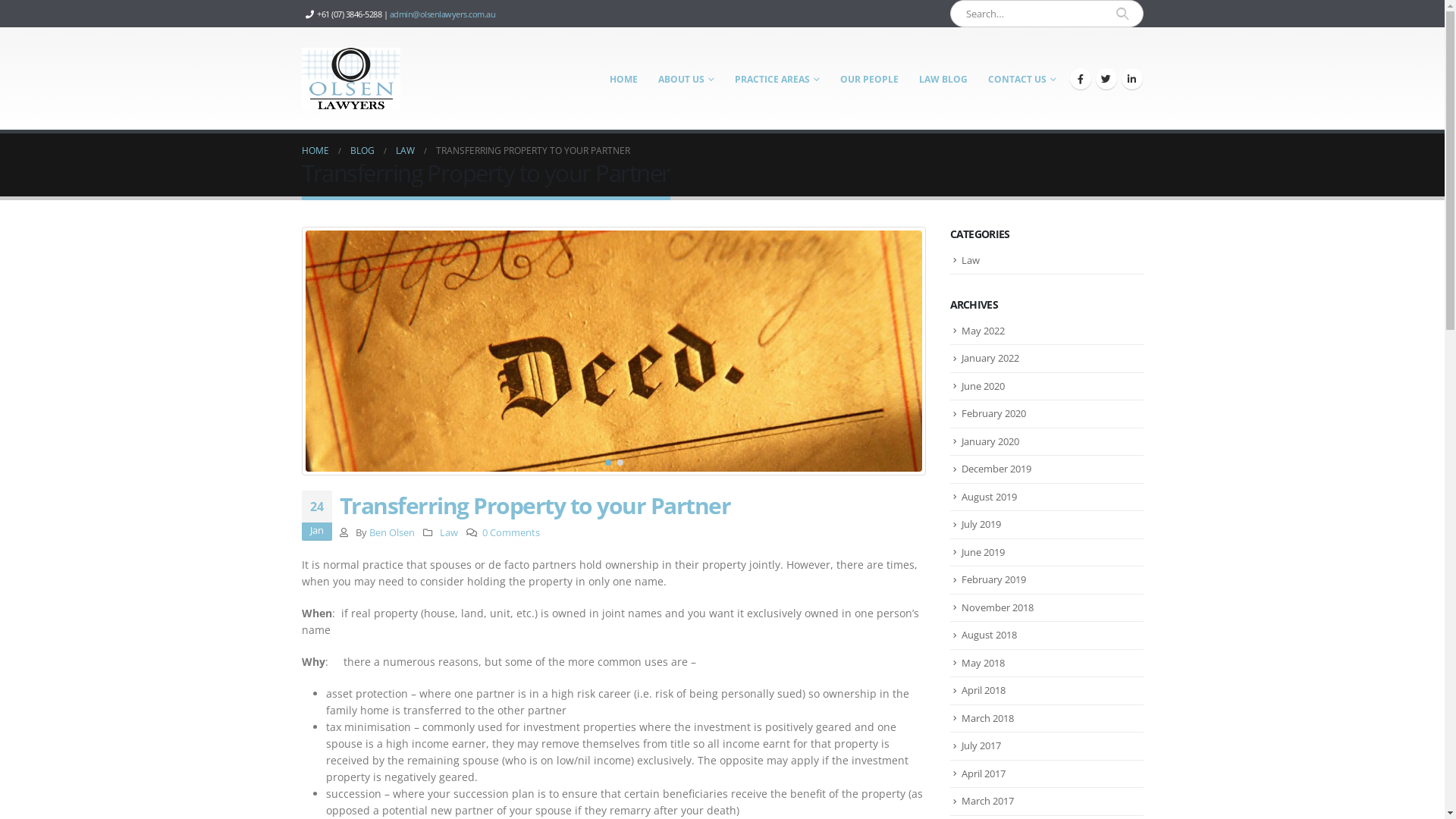 The width and height of the screenshot is (1456, 819). Describe the element at coordinates (987, 717) in the screenshot. I see `'March 2018'` at that location.